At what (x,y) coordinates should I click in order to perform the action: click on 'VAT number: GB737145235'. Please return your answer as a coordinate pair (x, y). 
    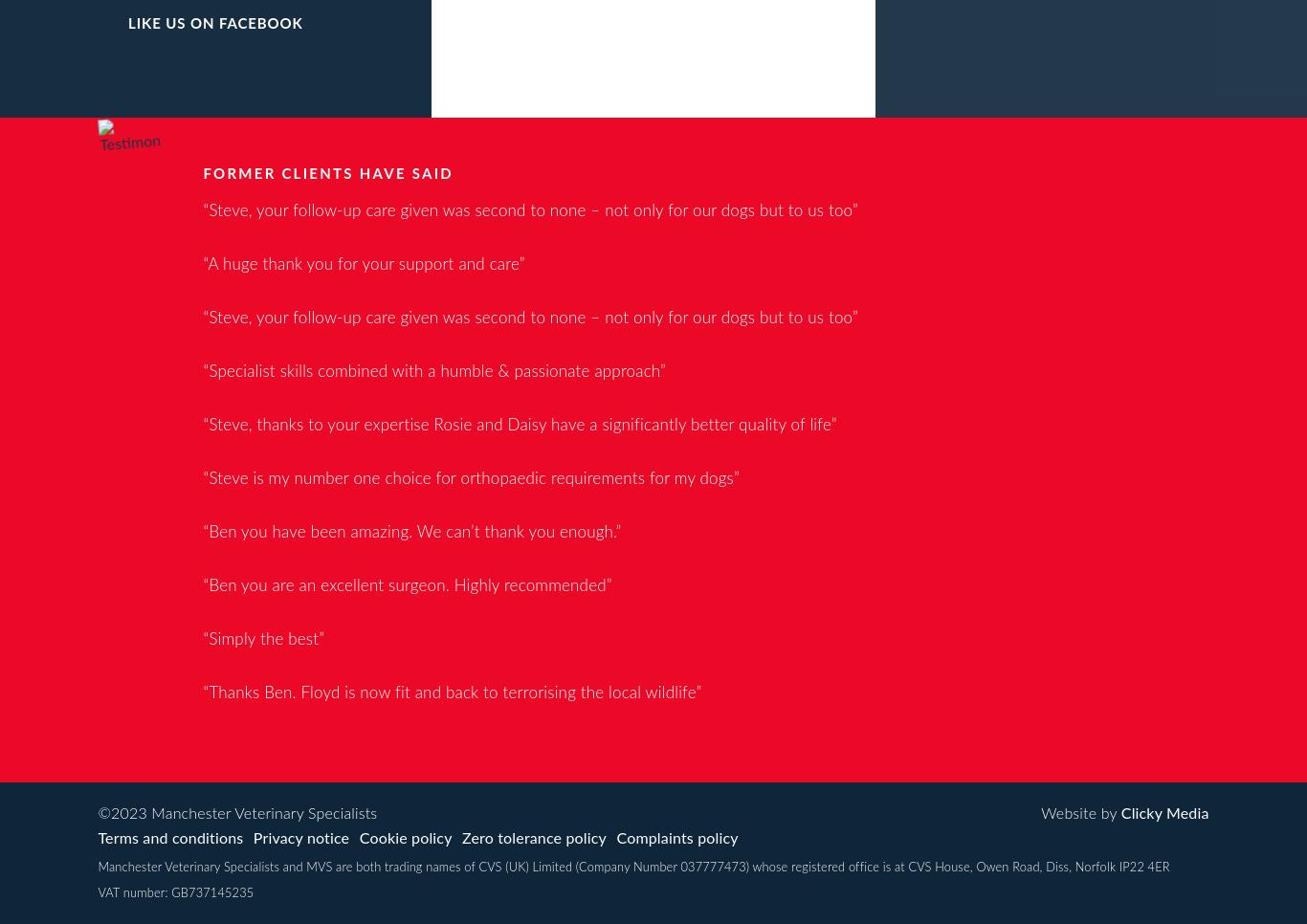
    Looking at the image, I should click on (174, 891).